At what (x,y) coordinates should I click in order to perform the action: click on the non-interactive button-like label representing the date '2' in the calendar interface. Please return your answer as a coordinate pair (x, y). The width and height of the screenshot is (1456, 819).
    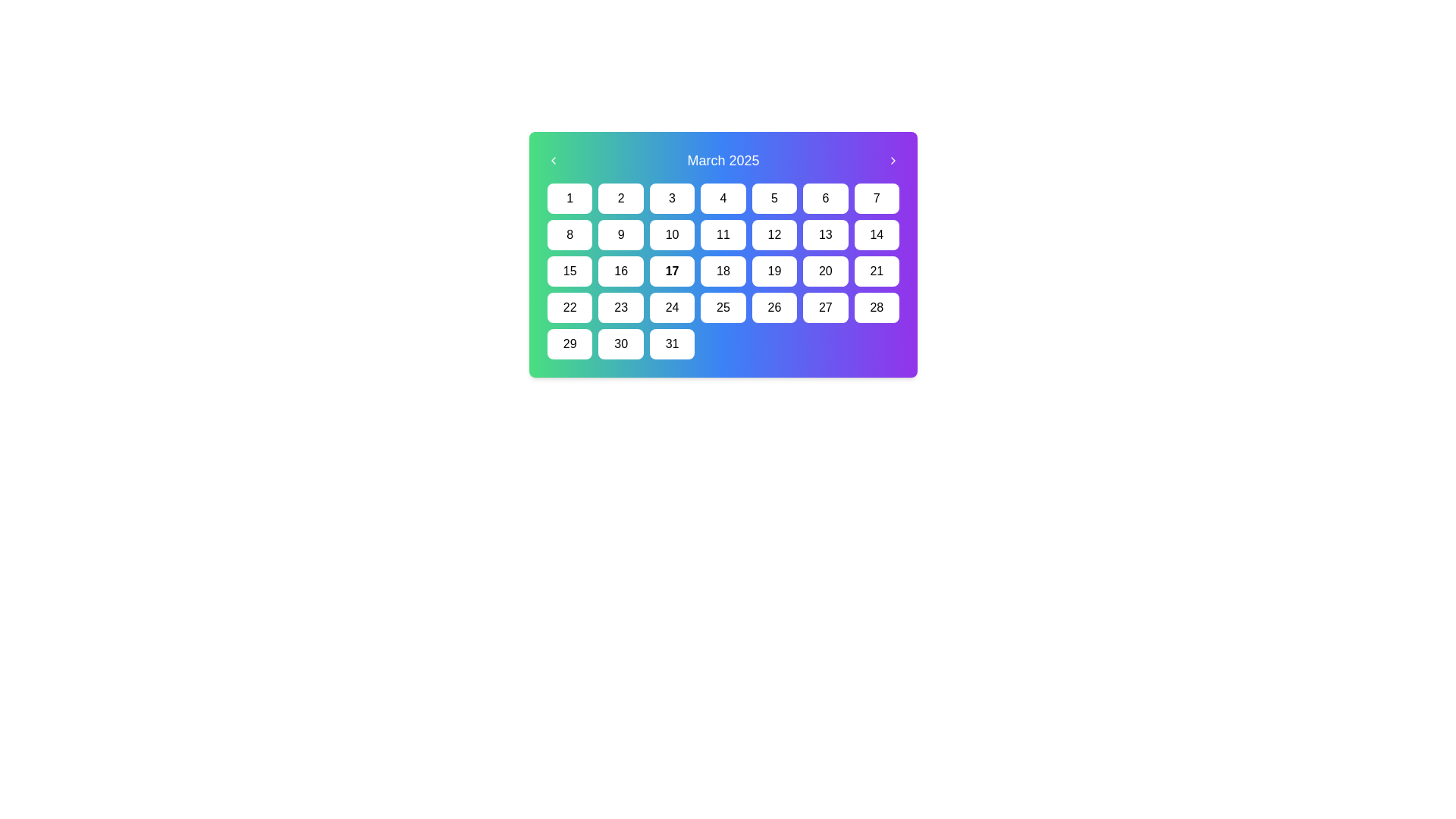
    Looking at the image, I should click on (621, 198).